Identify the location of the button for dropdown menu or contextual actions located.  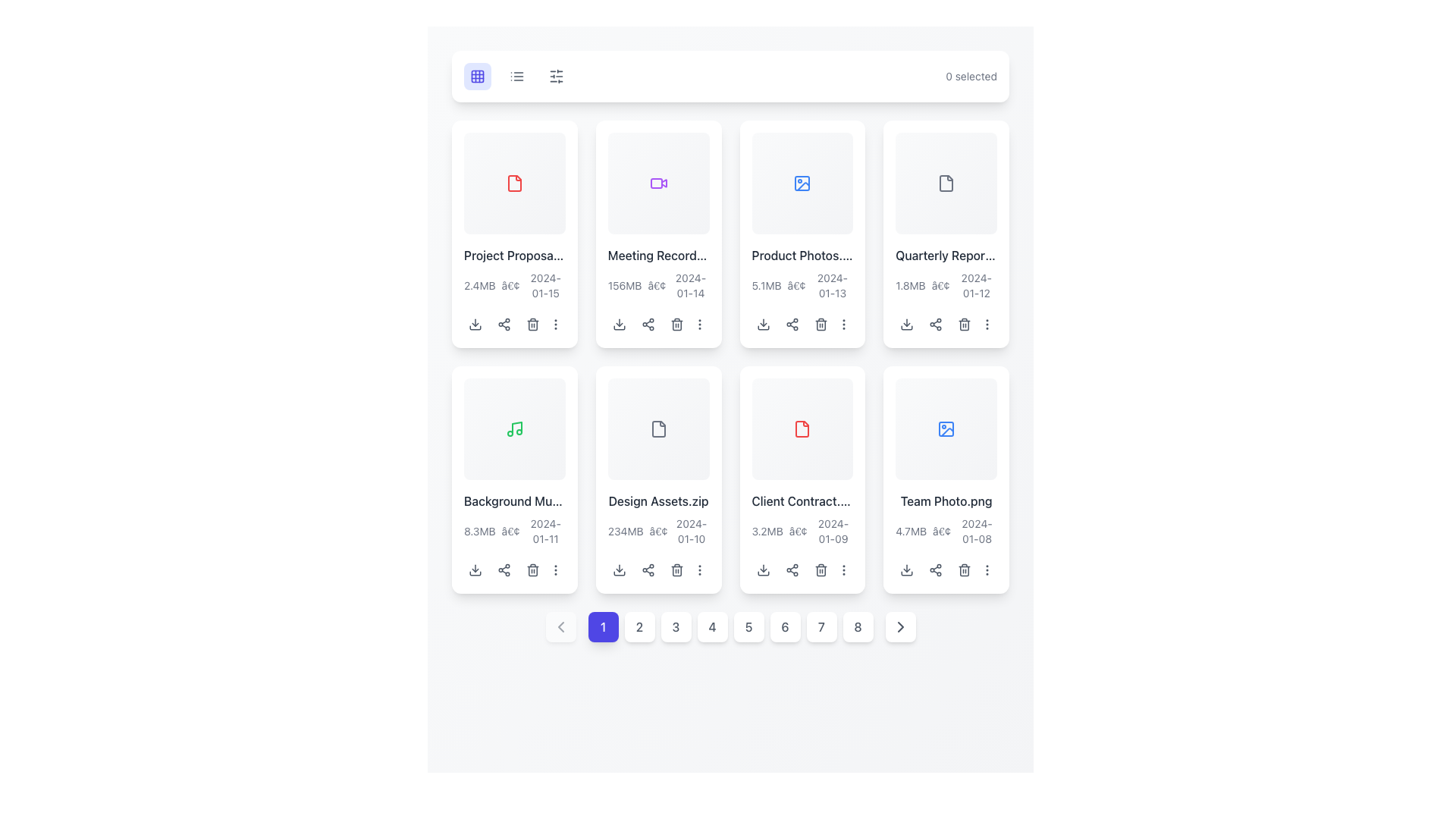
(987, 323).